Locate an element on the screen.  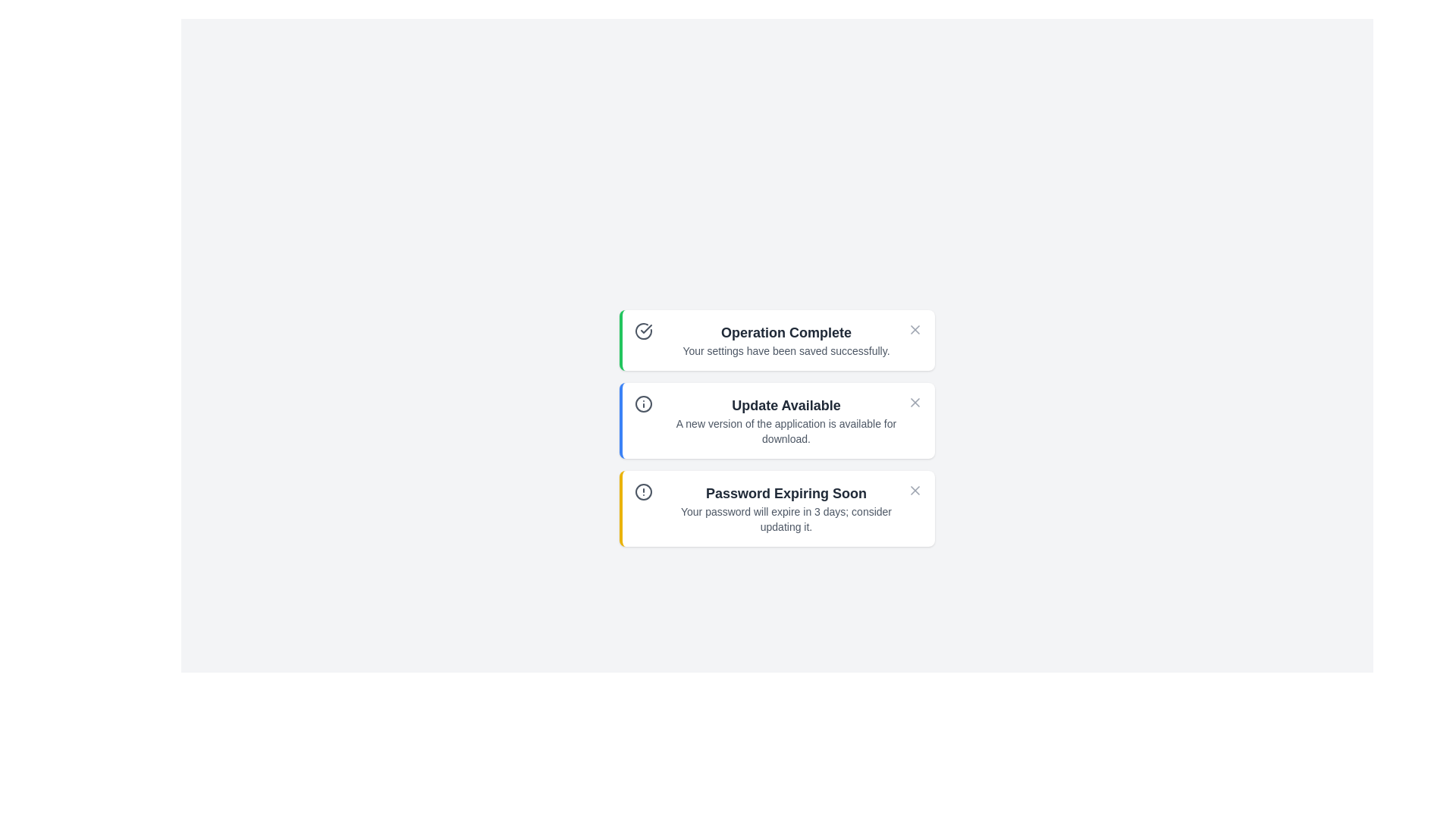
the second notification box that informs the user about the availability of a new version of the application, which is centrally aligned horizontally and has a blue border on its left side is located at coordinates (786, 421).